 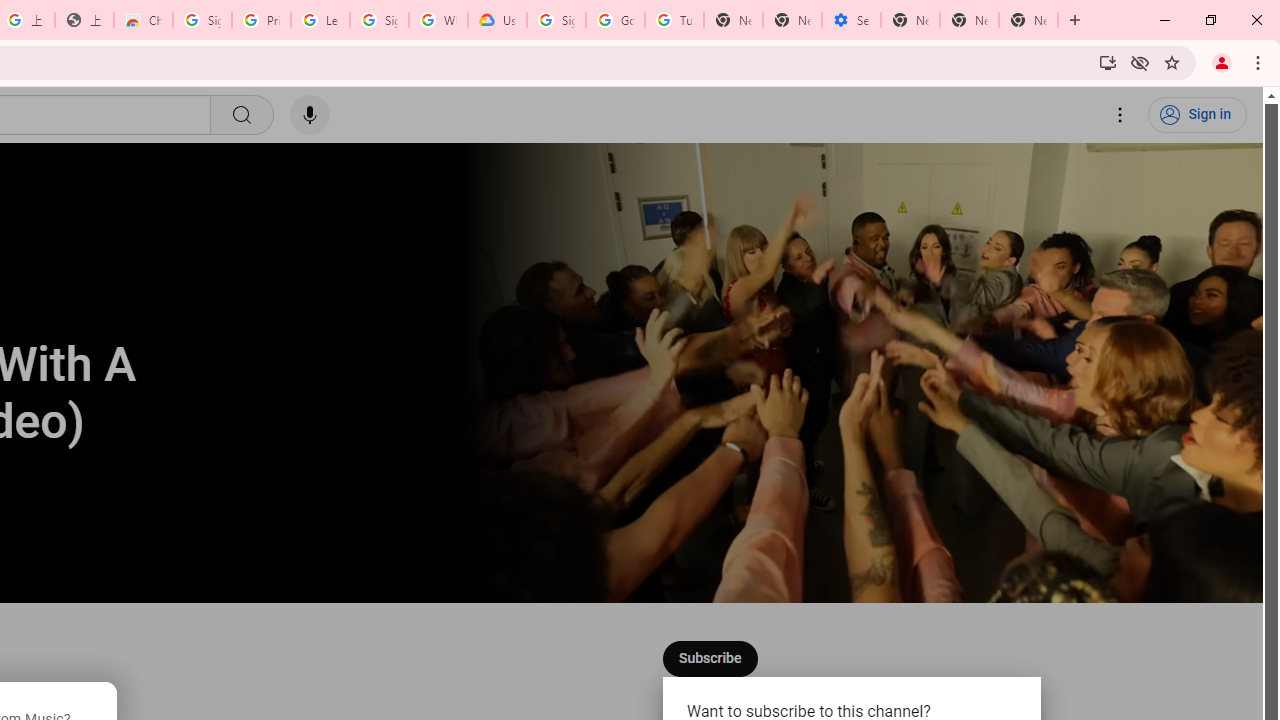 What do you see at coordinates (851, 20) in the screenshot?
I see `'Settings - Addresses and more'` at bounding box center [851, 20].